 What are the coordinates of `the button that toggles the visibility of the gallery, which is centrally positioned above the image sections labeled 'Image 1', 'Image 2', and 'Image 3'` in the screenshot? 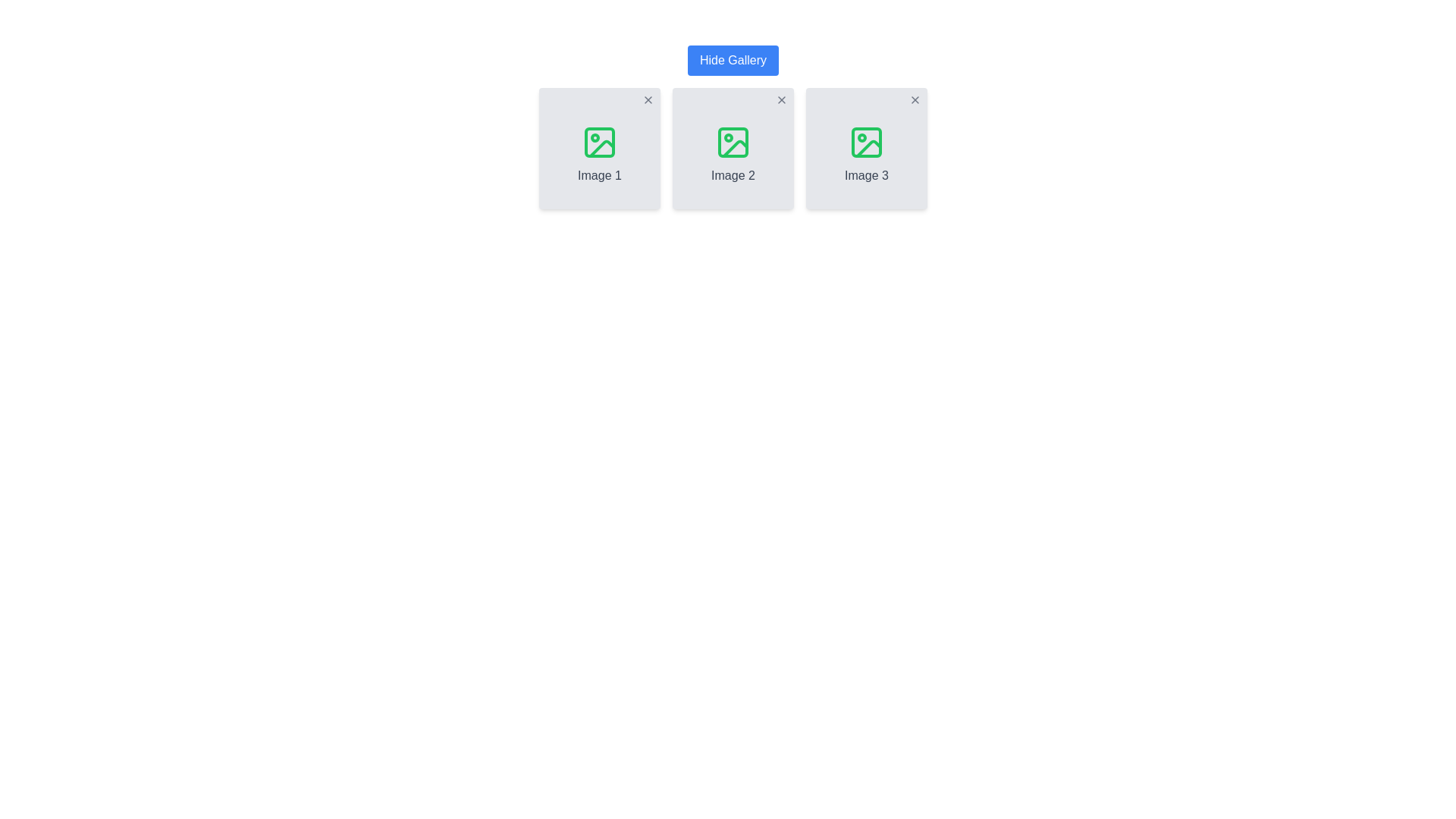 It's located at (733, 60).